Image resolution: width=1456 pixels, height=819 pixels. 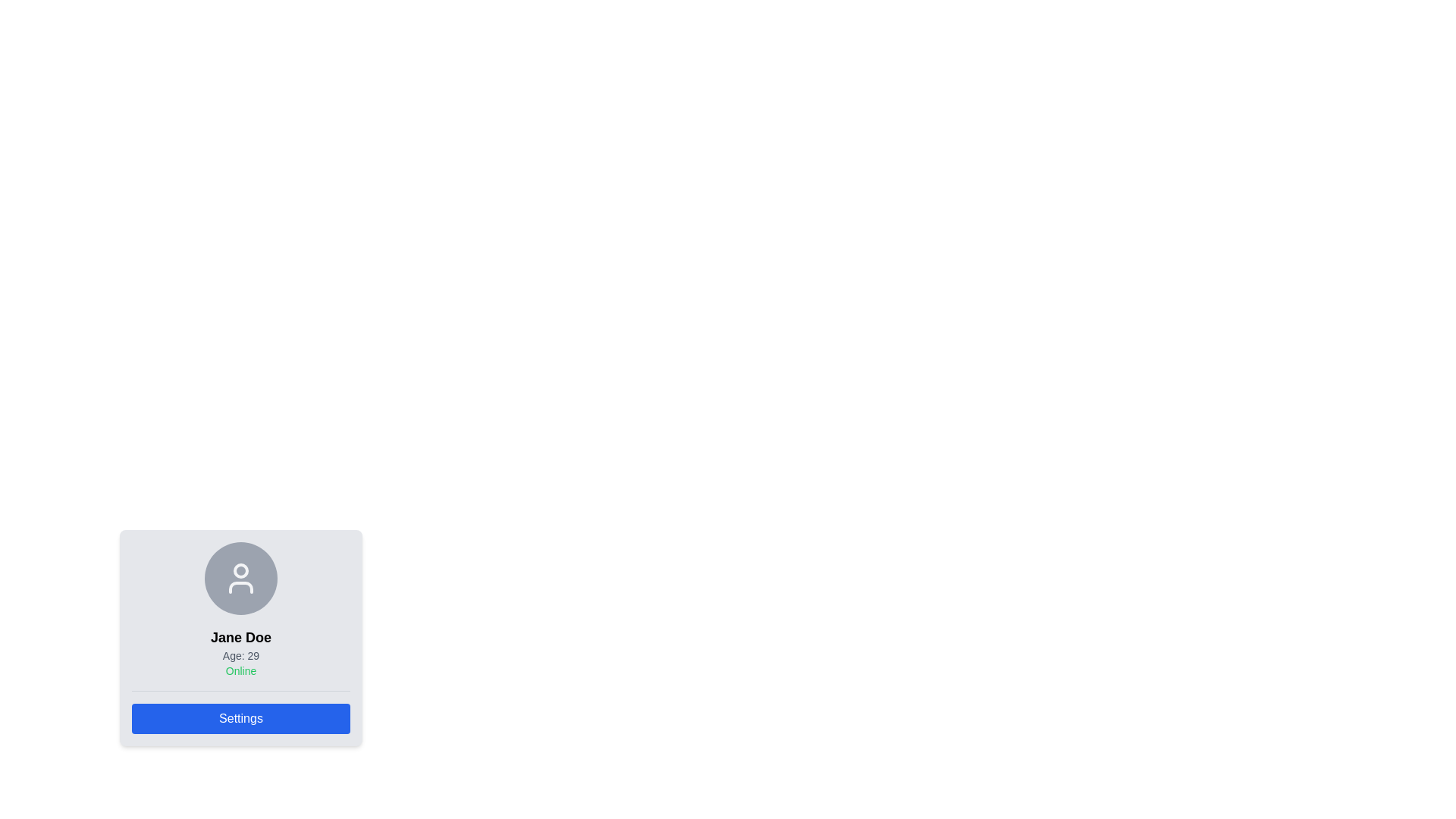 I want to click on the graphical circle element located at the top of the user profile card, which visually contributes to the avatar's representation, so click(x=240, y=570).